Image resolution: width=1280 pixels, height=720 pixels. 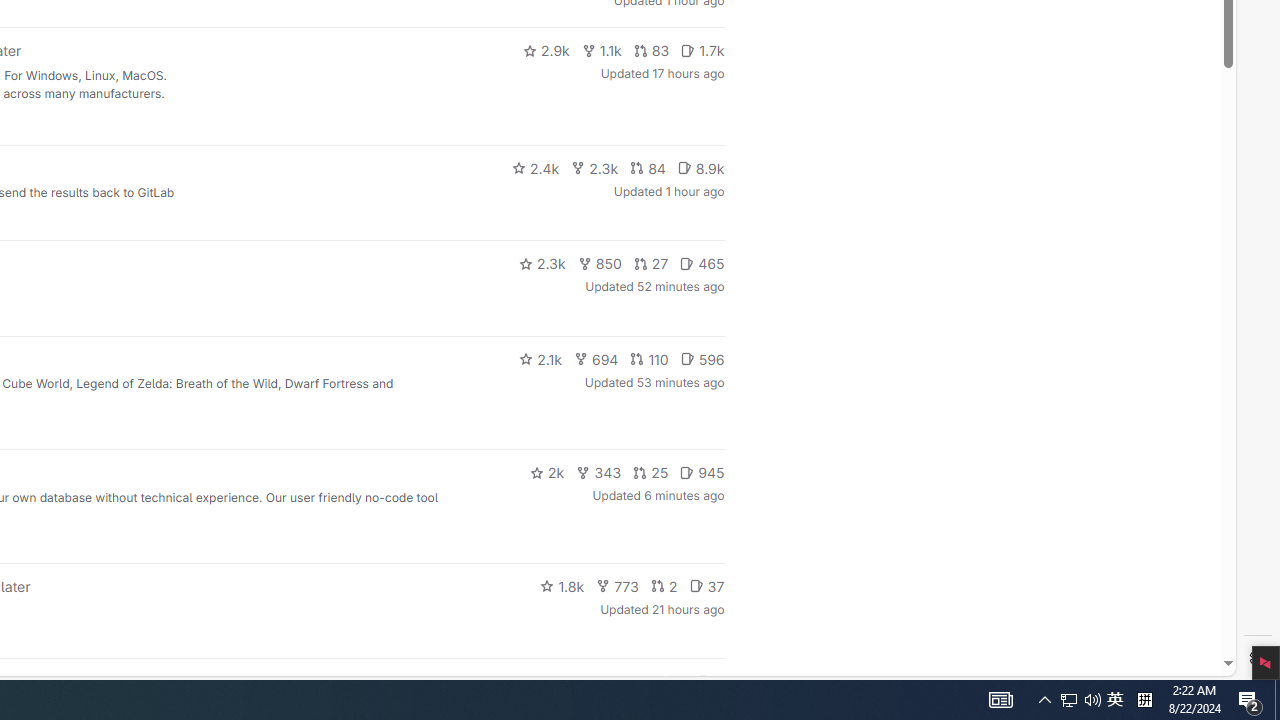 What do you see at coordinates (702, 473) in the screenshot?
I see `'945'` at bounding box center [702, 473].